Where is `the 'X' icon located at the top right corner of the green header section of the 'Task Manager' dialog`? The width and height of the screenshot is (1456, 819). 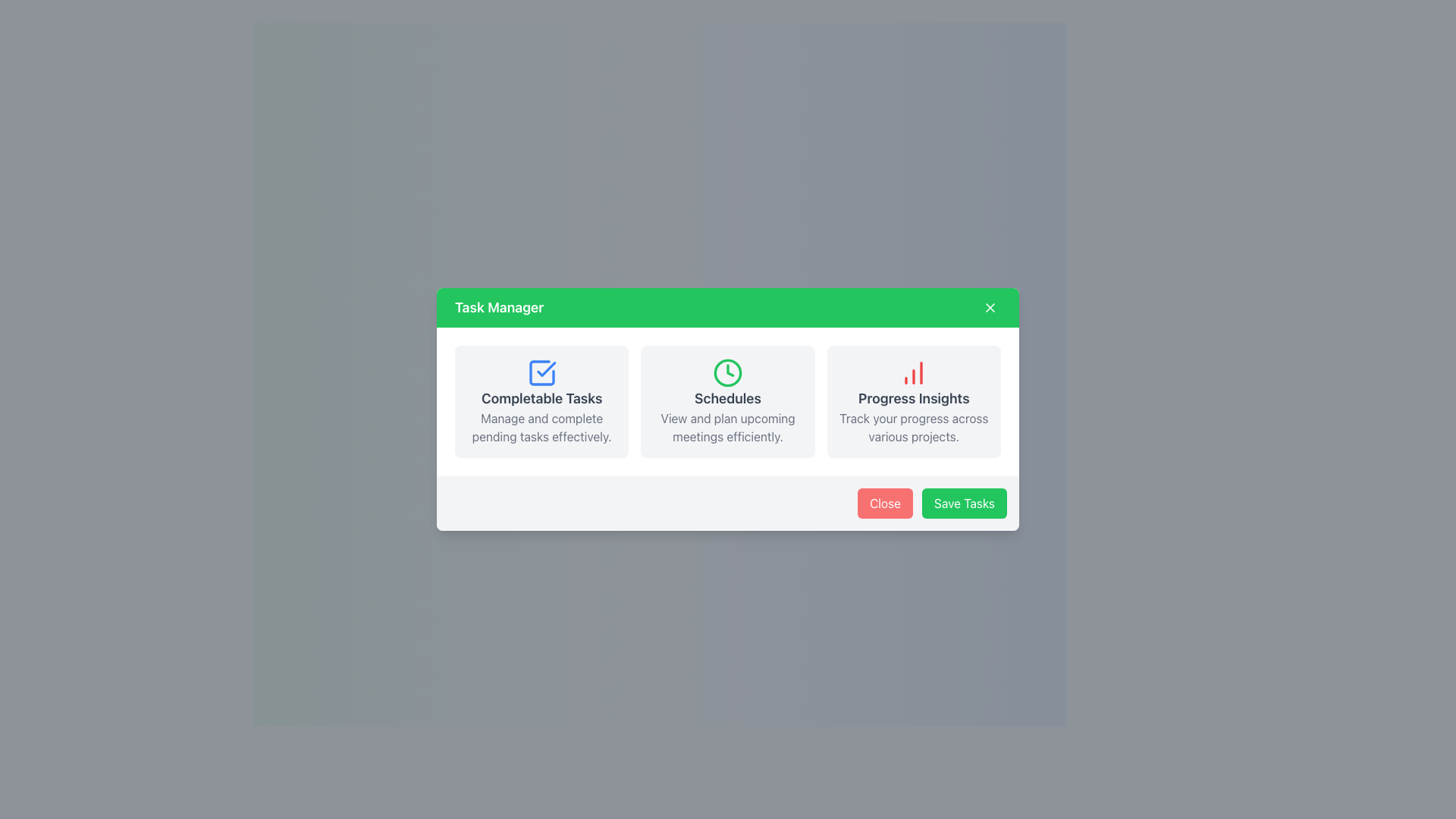 the 'X' icon located at the top right corner of the green header section of the 'Task Manager' dialog is located at coordinates (990, 307).